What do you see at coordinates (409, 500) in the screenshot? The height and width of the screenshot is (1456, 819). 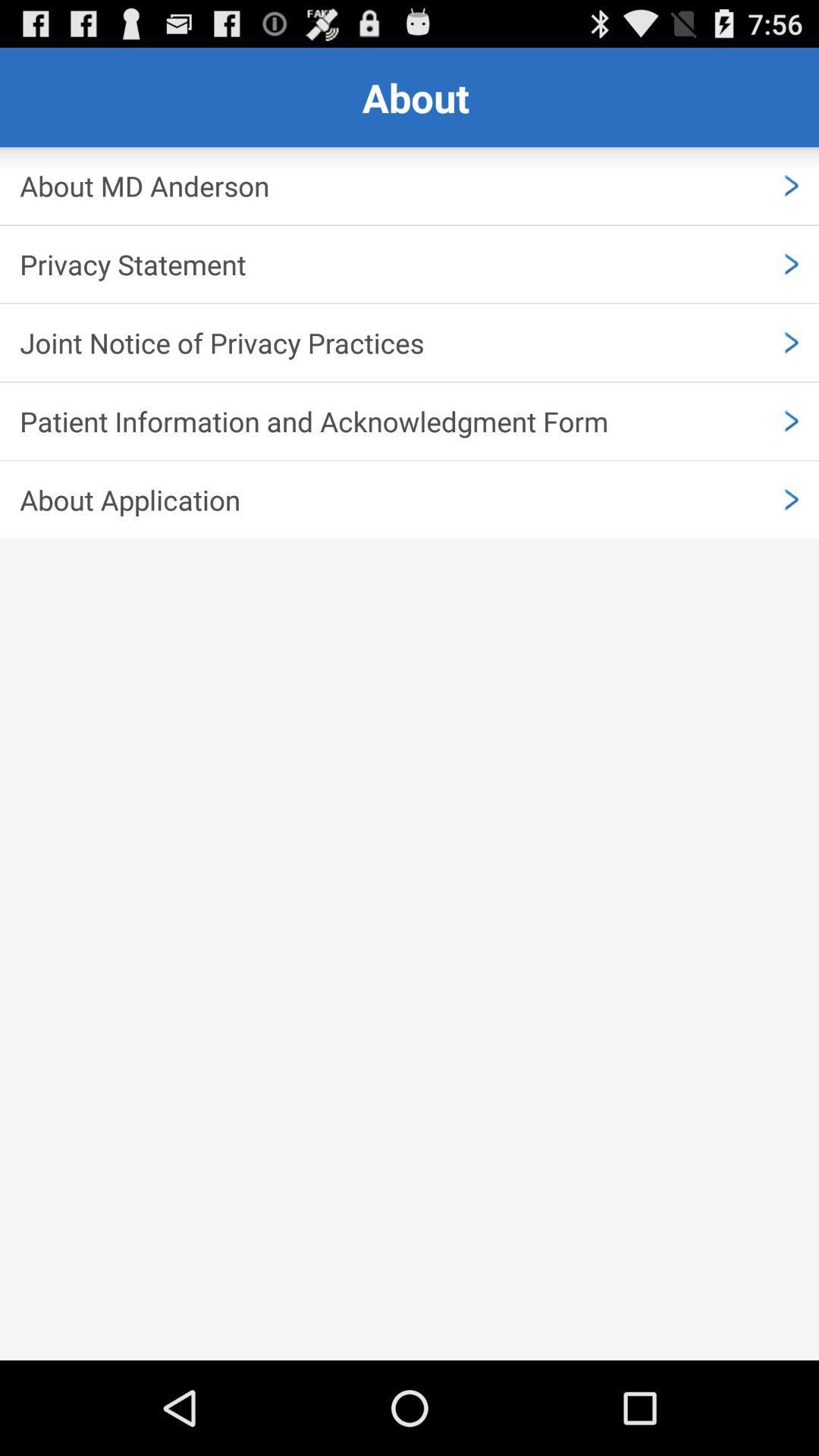 I see `about application item` at bounding box center [409, 500].